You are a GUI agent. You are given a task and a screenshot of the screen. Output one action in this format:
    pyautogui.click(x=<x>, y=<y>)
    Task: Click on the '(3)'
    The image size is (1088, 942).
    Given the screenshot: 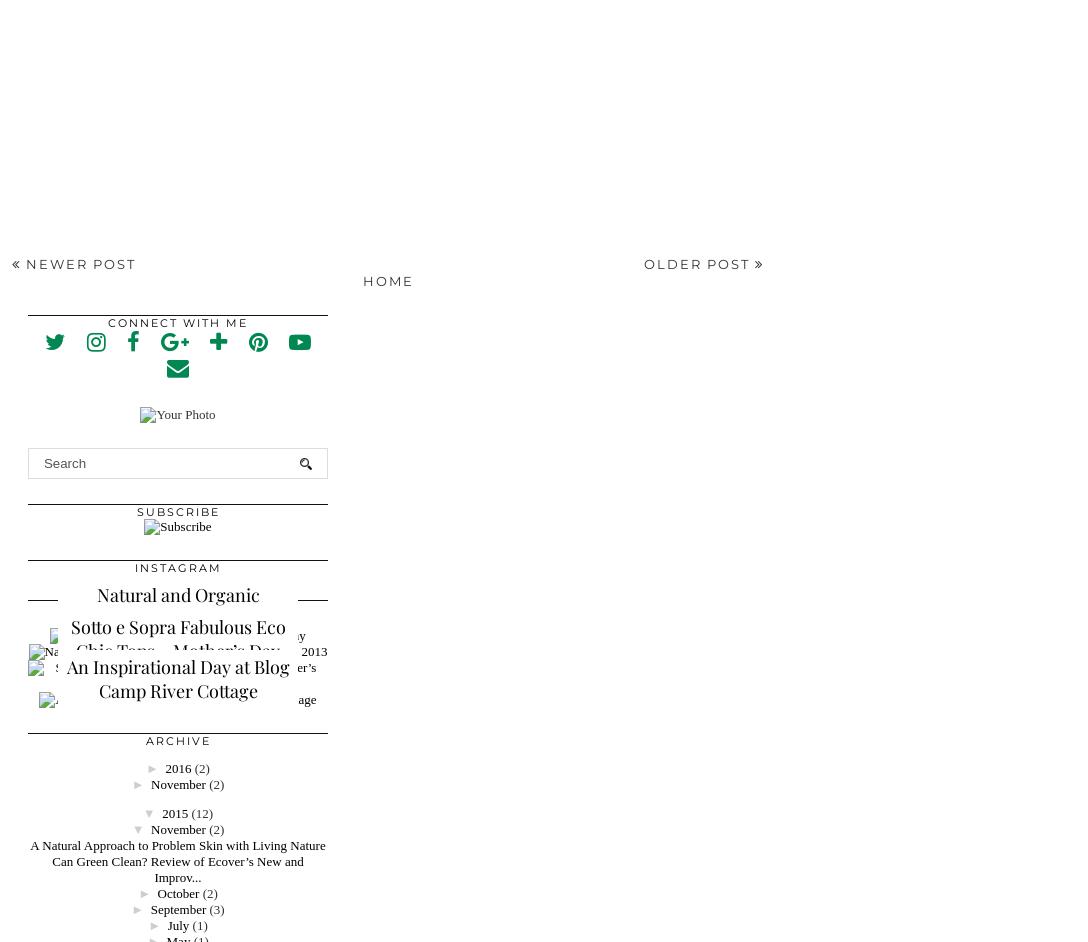 What is the action you would take?
    pyautogui.click(x=208, y=907)
    